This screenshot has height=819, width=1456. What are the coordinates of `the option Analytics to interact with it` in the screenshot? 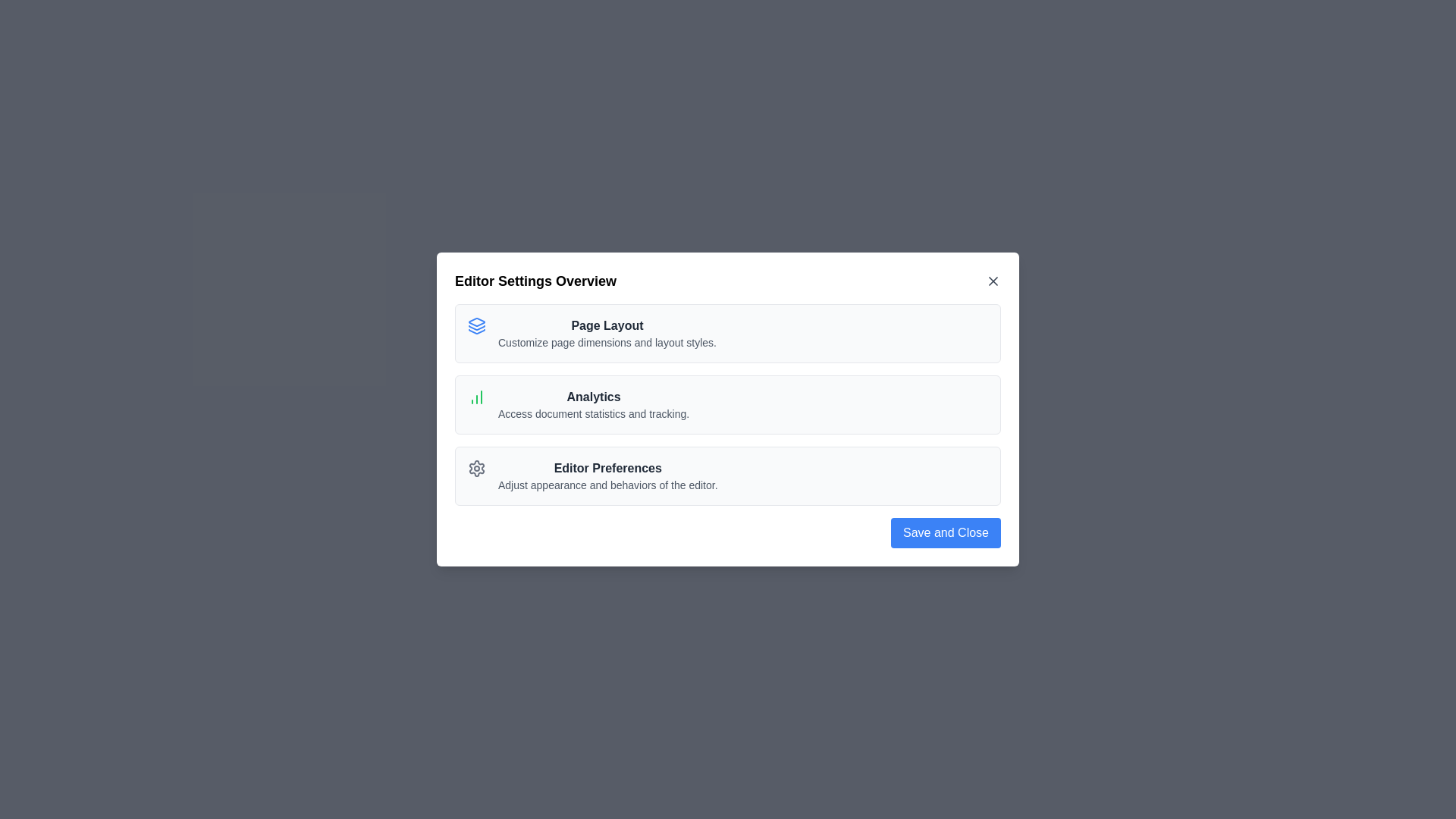 It's located at (607, 403).